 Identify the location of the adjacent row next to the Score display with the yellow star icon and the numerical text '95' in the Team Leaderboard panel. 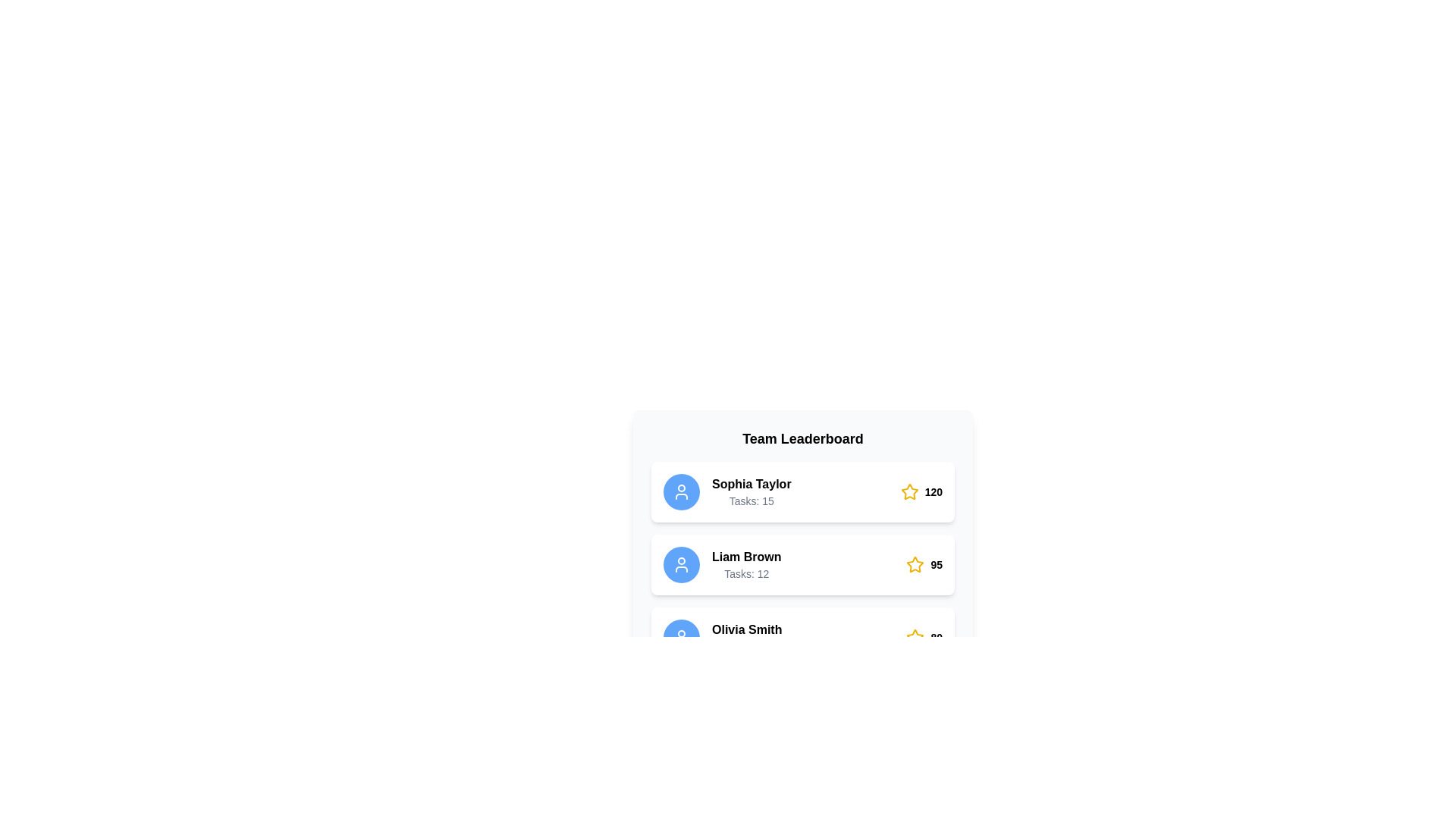
(924, 564).